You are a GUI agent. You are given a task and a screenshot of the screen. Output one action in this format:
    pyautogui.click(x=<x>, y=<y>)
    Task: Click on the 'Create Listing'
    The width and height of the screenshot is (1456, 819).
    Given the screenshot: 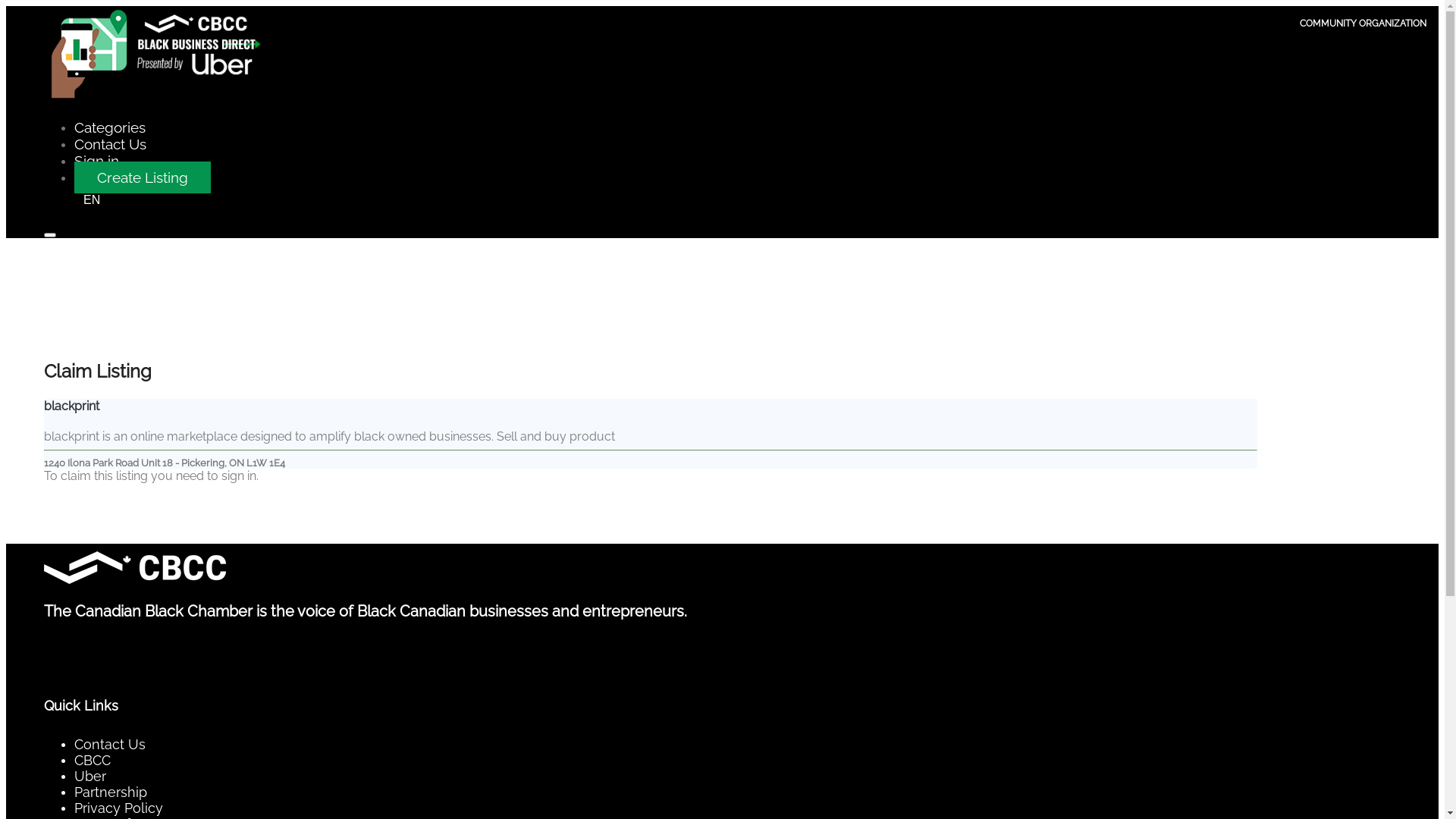 What is the action you would take?
    pyautogui.click(x=142, y=177)
    